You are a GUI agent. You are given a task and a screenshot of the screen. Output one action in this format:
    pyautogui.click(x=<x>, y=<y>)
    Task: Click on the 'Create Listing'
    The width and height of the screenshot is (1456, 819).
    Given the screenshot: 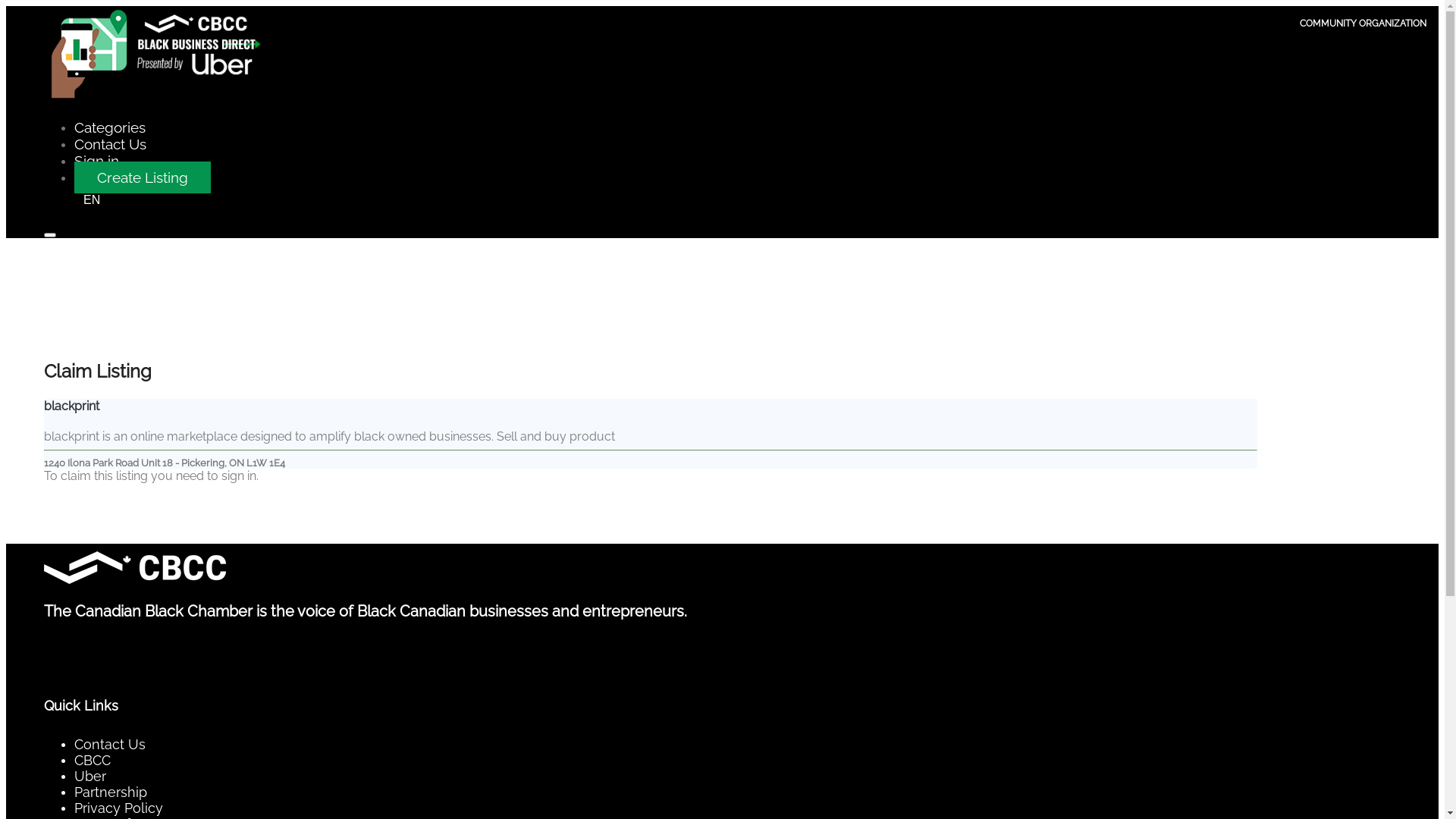 What is the action you would take?
    pyautogui.click(x=142, y=177)
    